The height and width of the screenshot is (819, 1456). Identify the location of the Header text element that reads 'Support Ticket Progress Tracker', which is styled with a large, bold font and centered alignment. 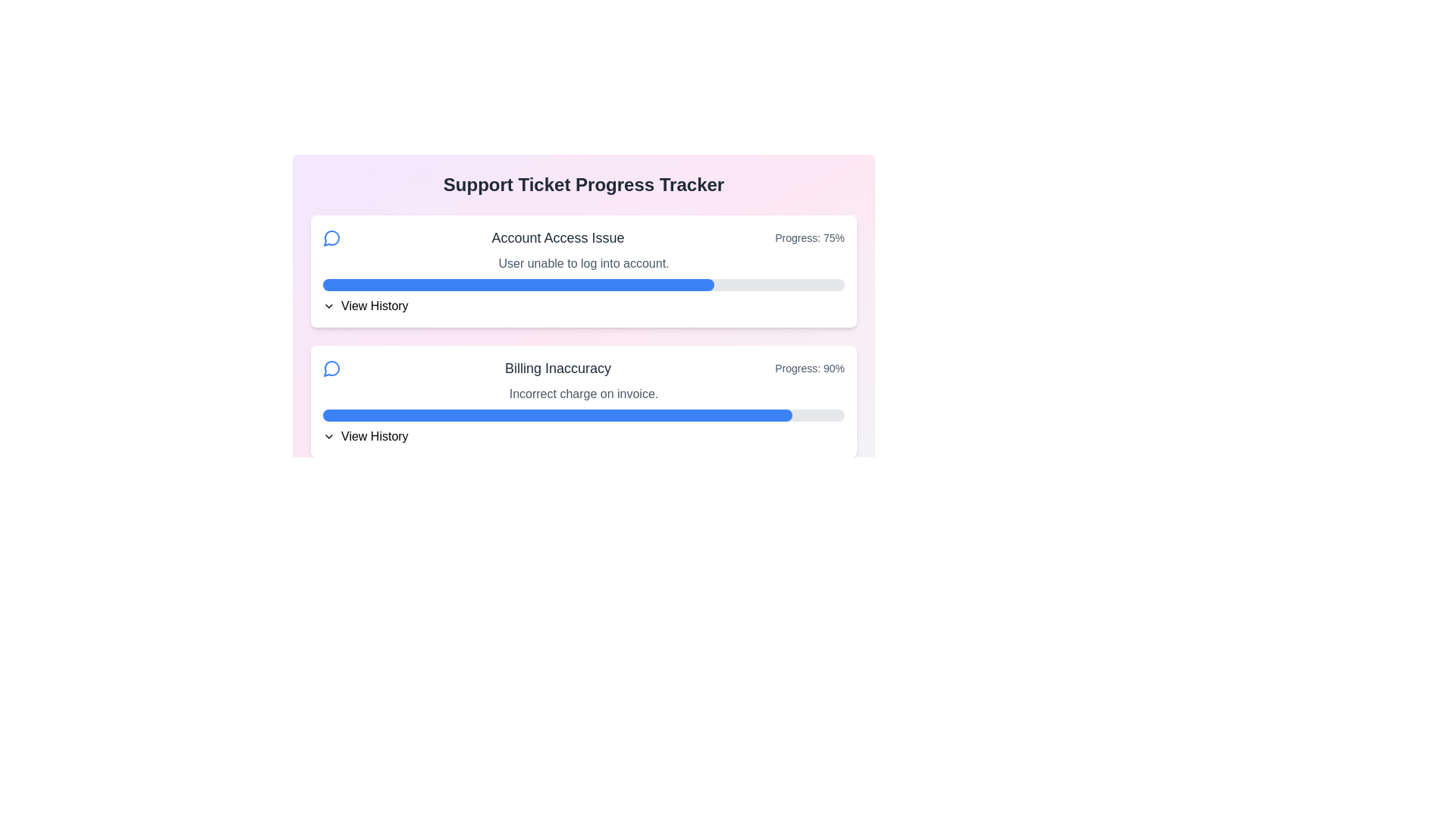
(582, 184).